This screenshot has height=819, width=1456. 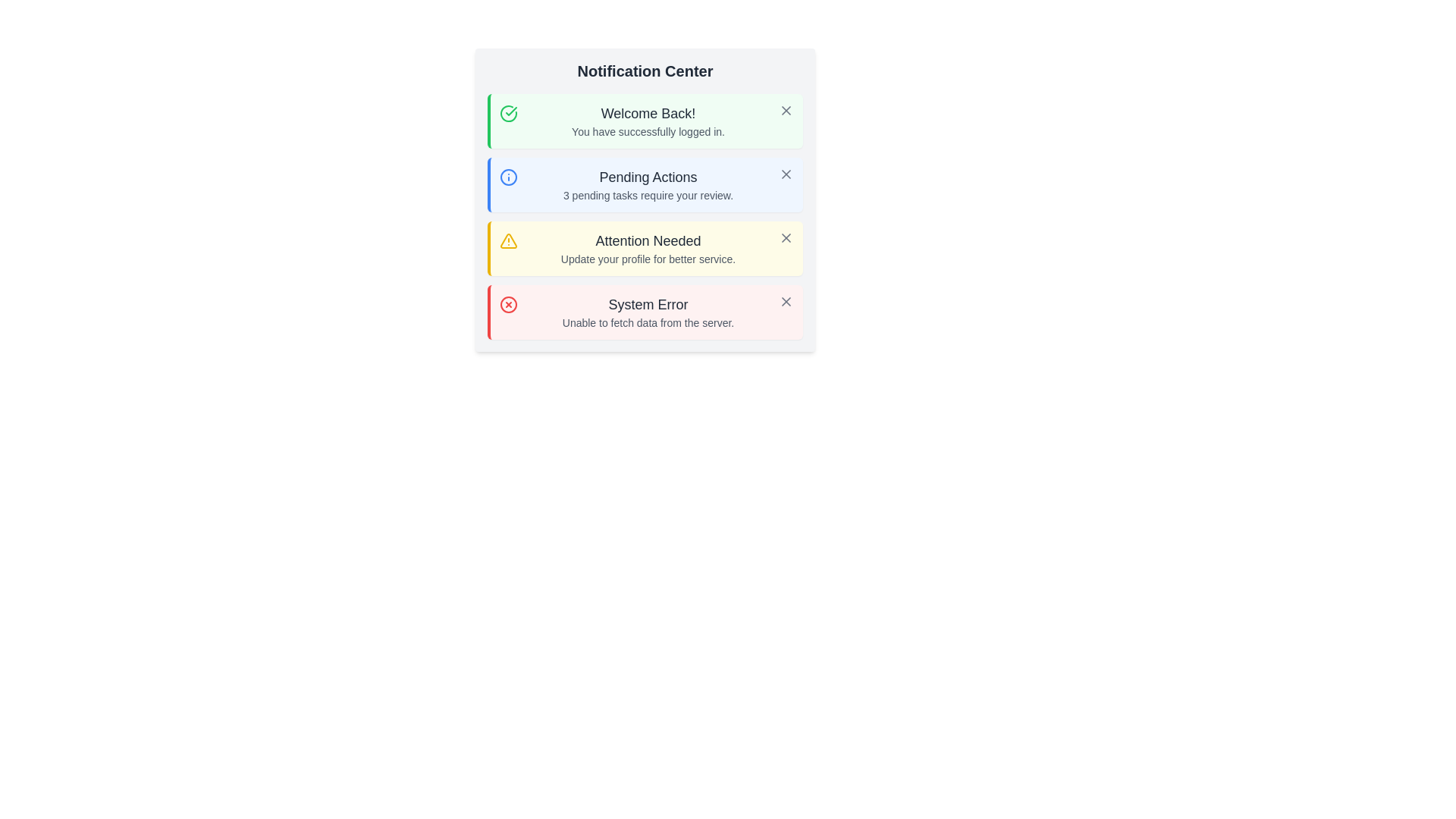 What do you see at coordinates (509, 304) in the screenshot?
I see `the circular red icon with a white background and a red 'X' cross inside, located in the bottom-left corner of the 'System Error' notification block` at bounding box center [509, 304].